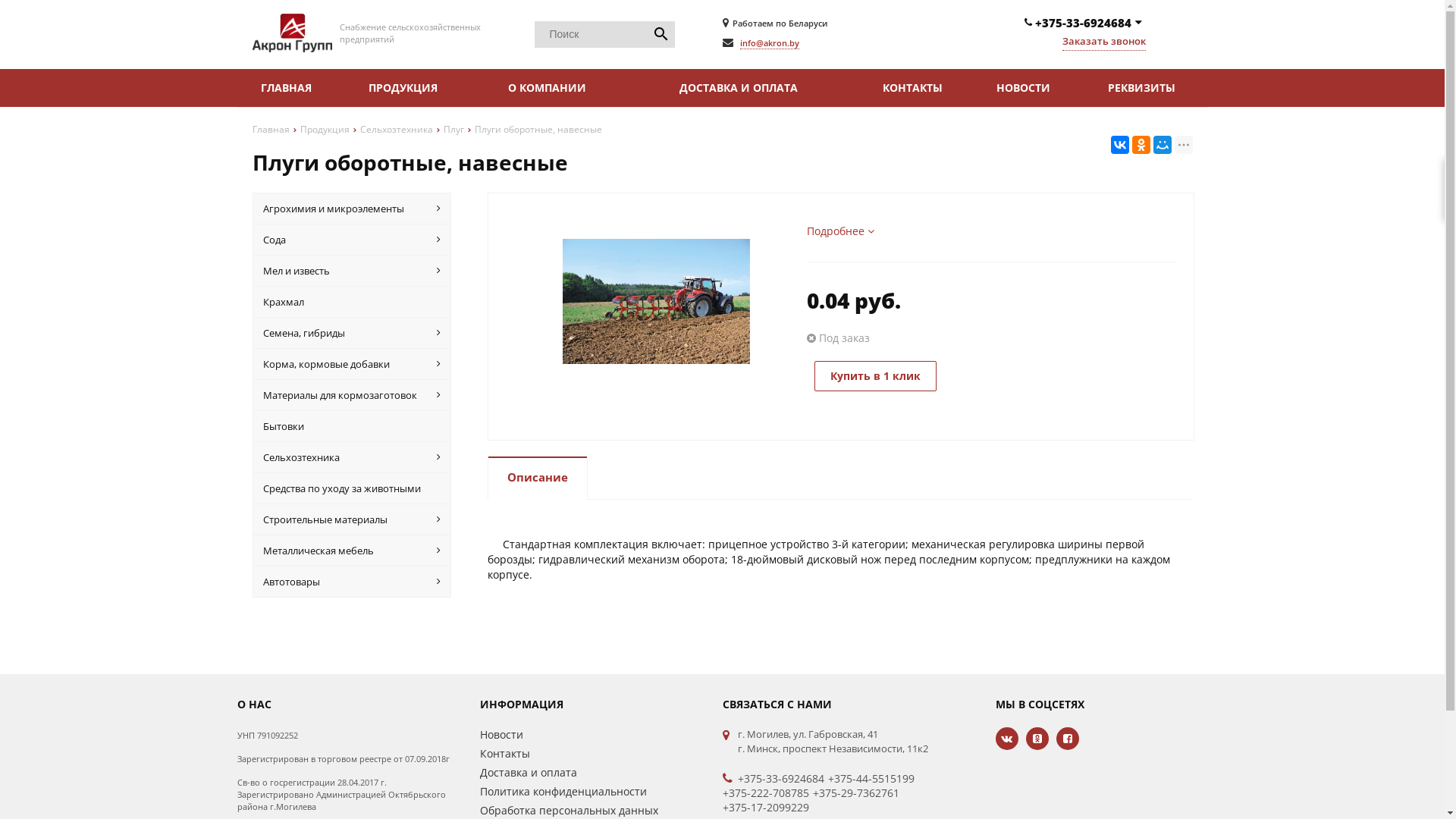 This screenshot has height=819, width=1456. I want to click on 'search', so click(661, 34).